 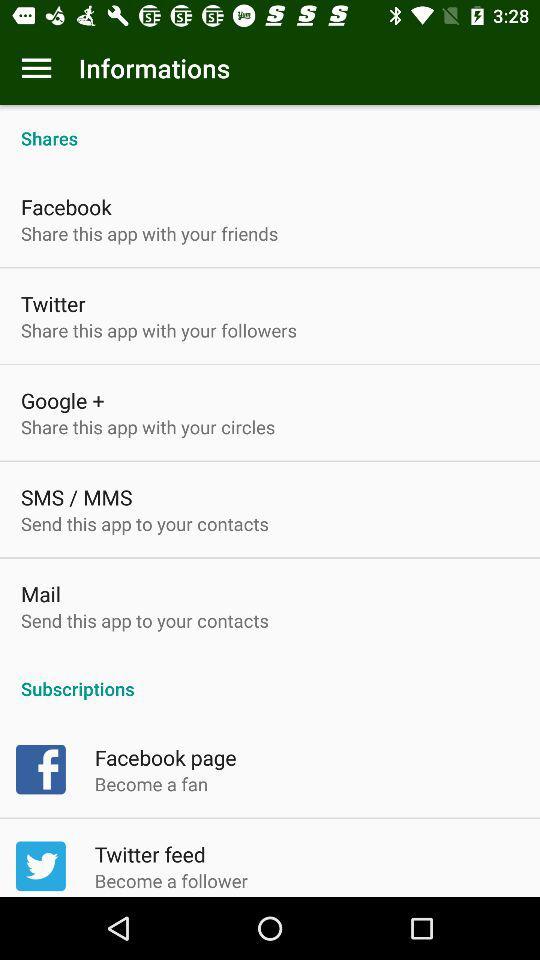 I want to click on the item next to informations app, so click(x=36, y=68).